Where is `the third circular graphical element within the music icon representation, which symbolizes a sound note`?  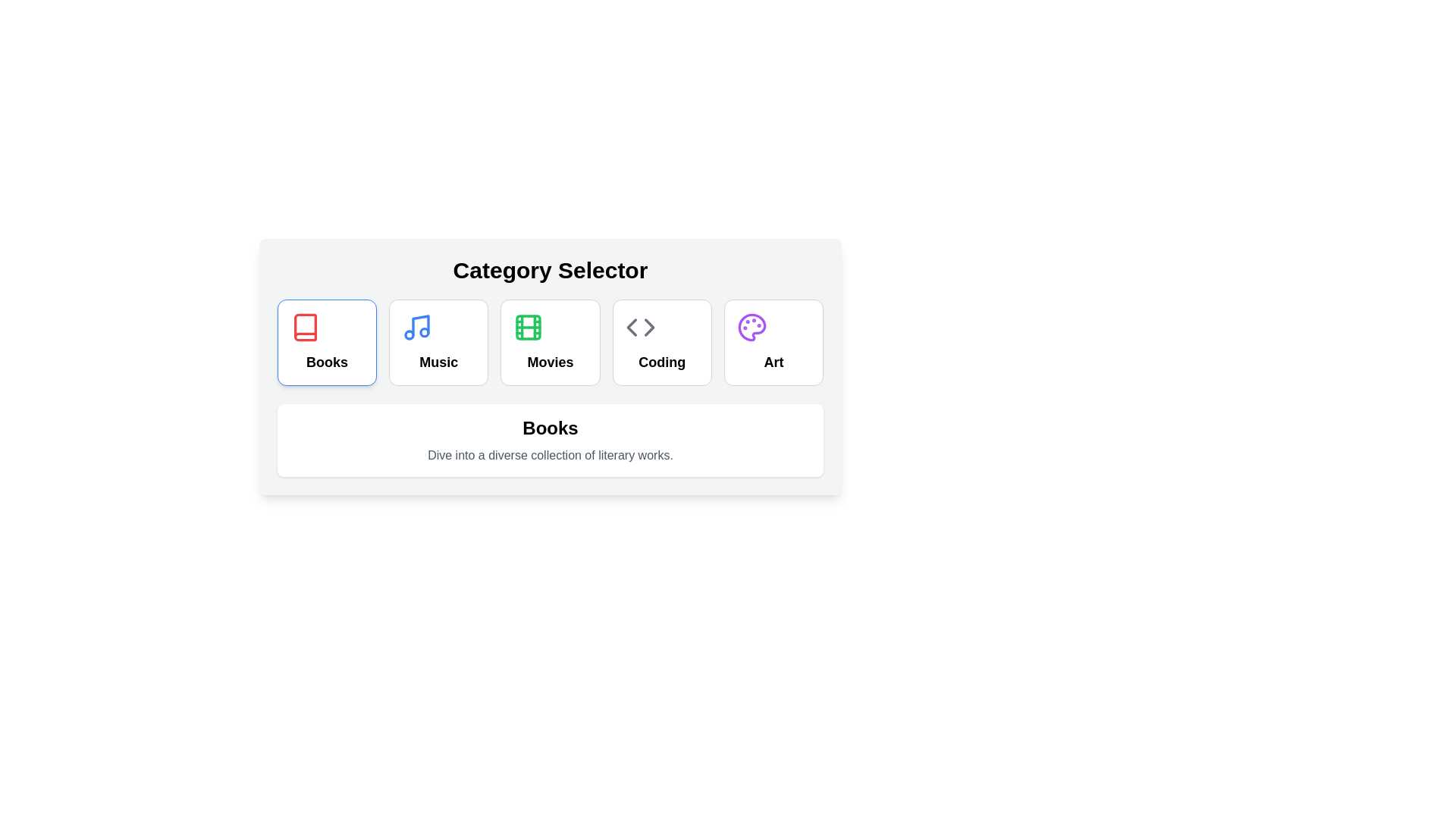
the third circular graphical element within the music icon representation, which symbolizes a sound note is located at coordinates (425, 331).